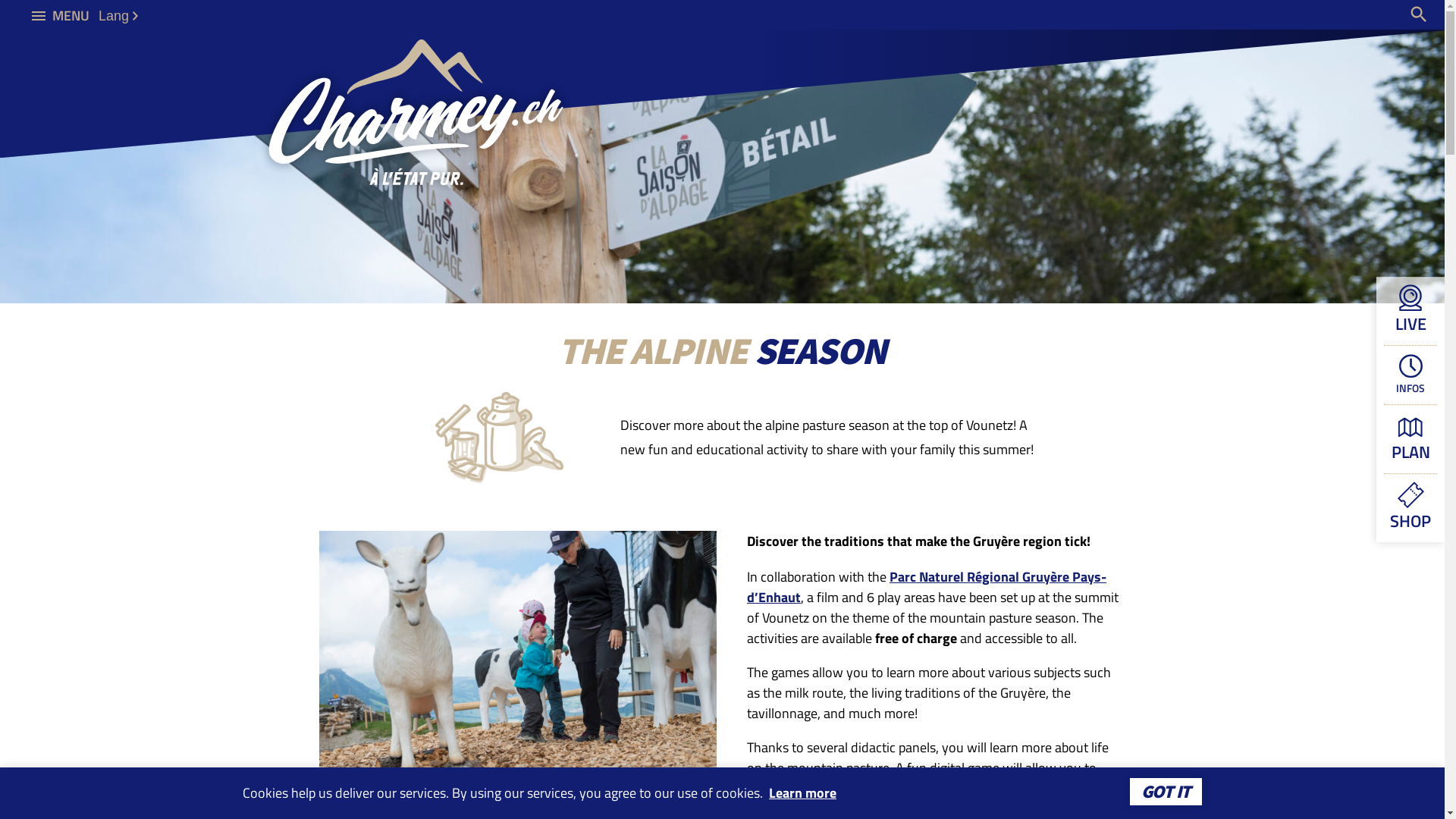 The width and height of the screenshot is (1456, 819). I want to click on 'Rechercher', so click(1418, 14).